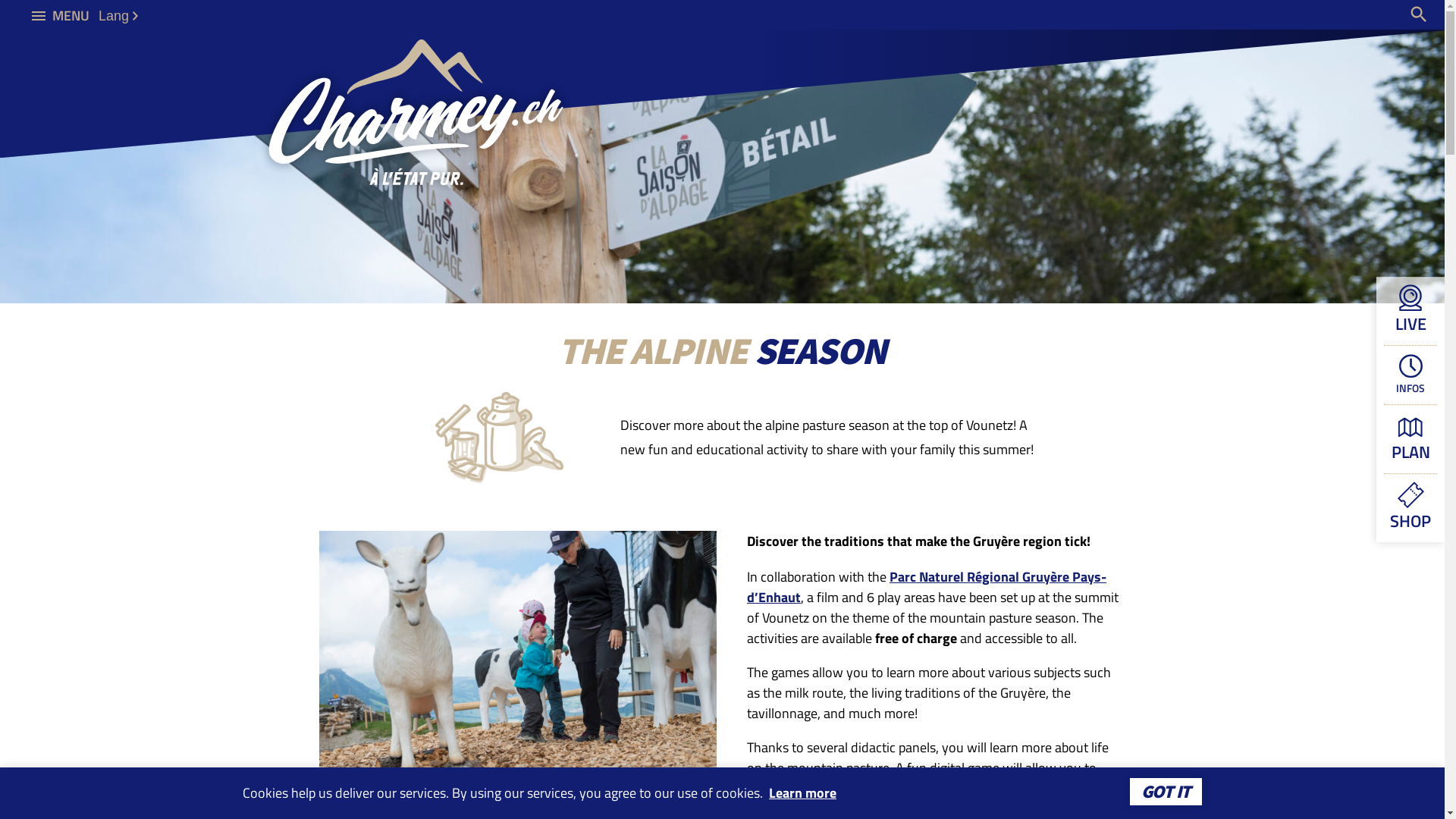 The width and height of the screenshot is (1456, 819). I want to click on 'Rechercher', so click(1418, 14).